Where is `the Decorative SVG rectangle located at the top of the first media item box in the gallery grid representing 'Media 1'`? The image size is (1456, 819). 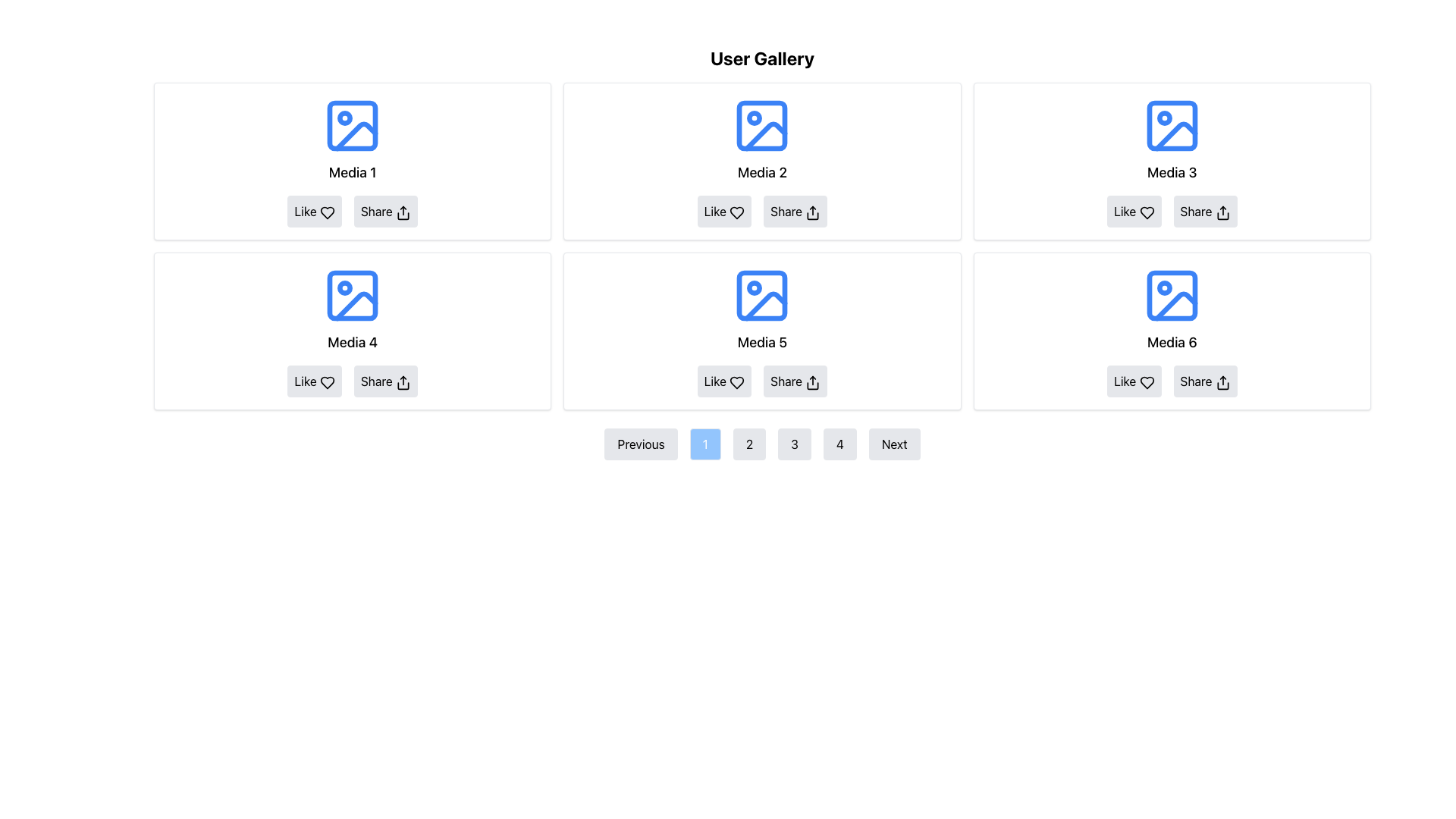 the Decorative SVG rectangle located at the top of the first media item box in the gallery grid representing 'Media 1' is located at coordinates (352, 124).